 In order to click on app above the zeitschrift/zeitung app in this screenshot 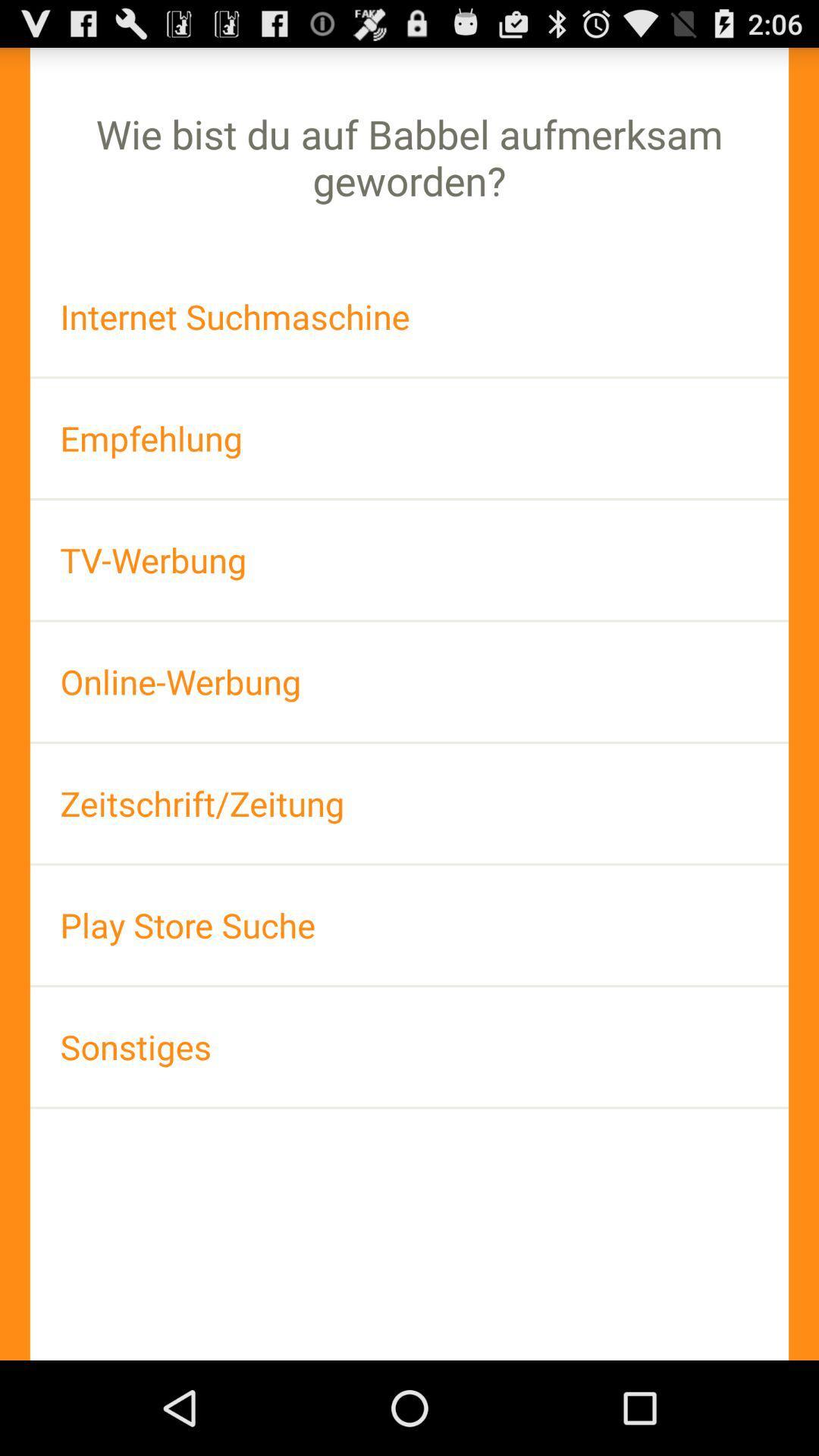, I will do `click(409, 681)`.